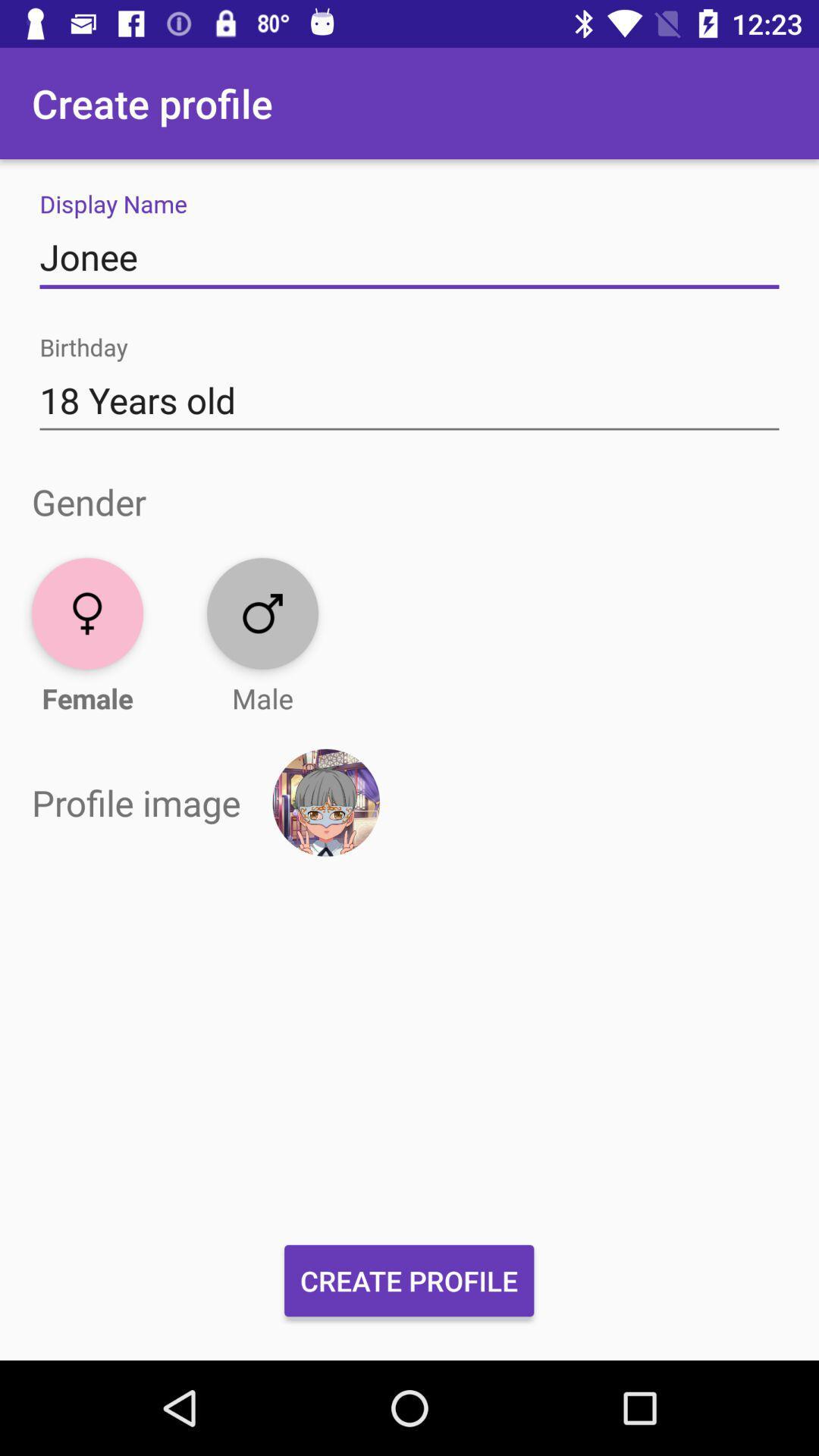 This screenshot has height=1456, width=819. Describe the element at coordinates (262, 613) in the screenshot. I see `the photo icon` at that location.